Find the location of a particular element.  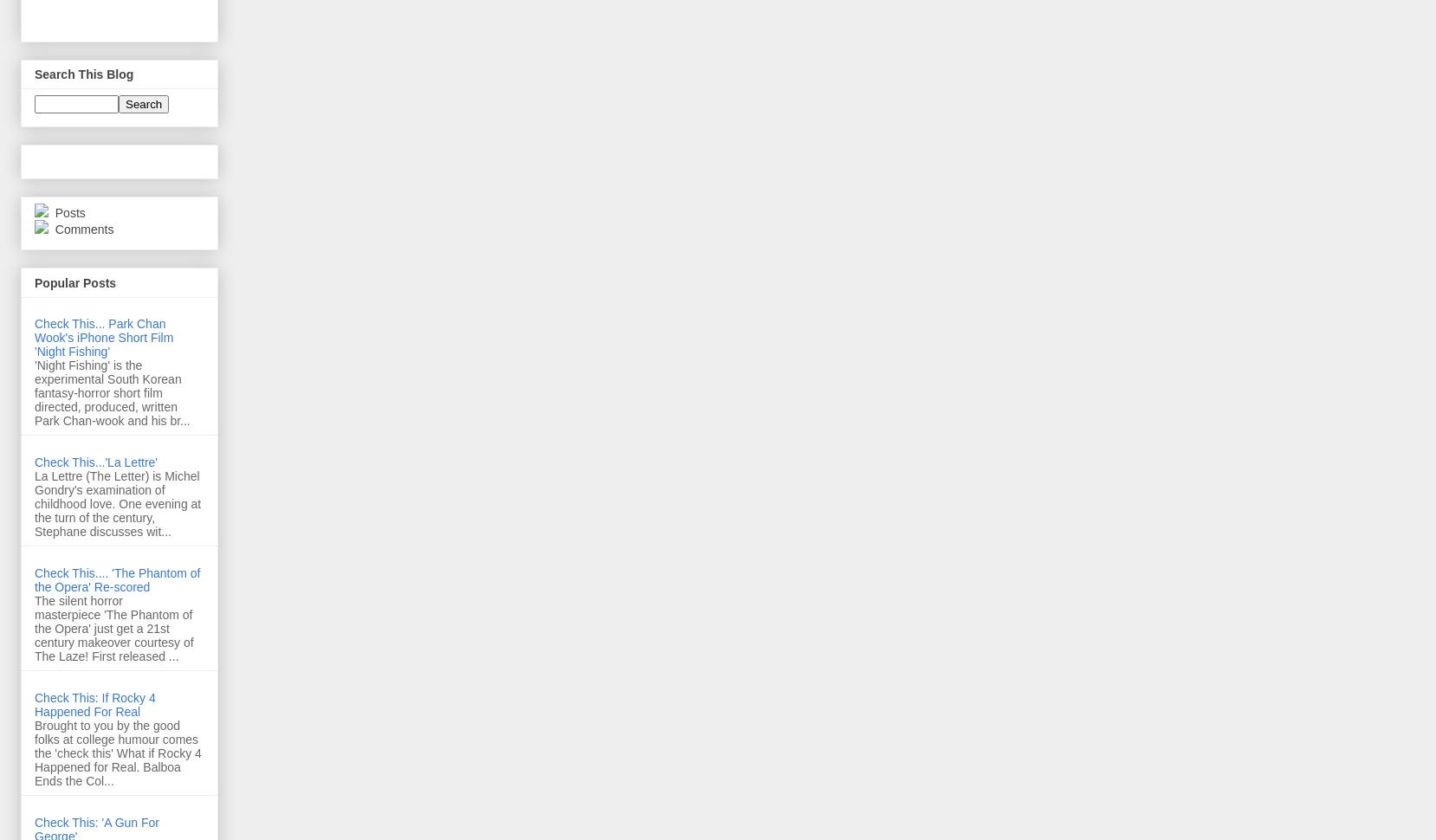

'Comments' is located at coordinates (81, 229).